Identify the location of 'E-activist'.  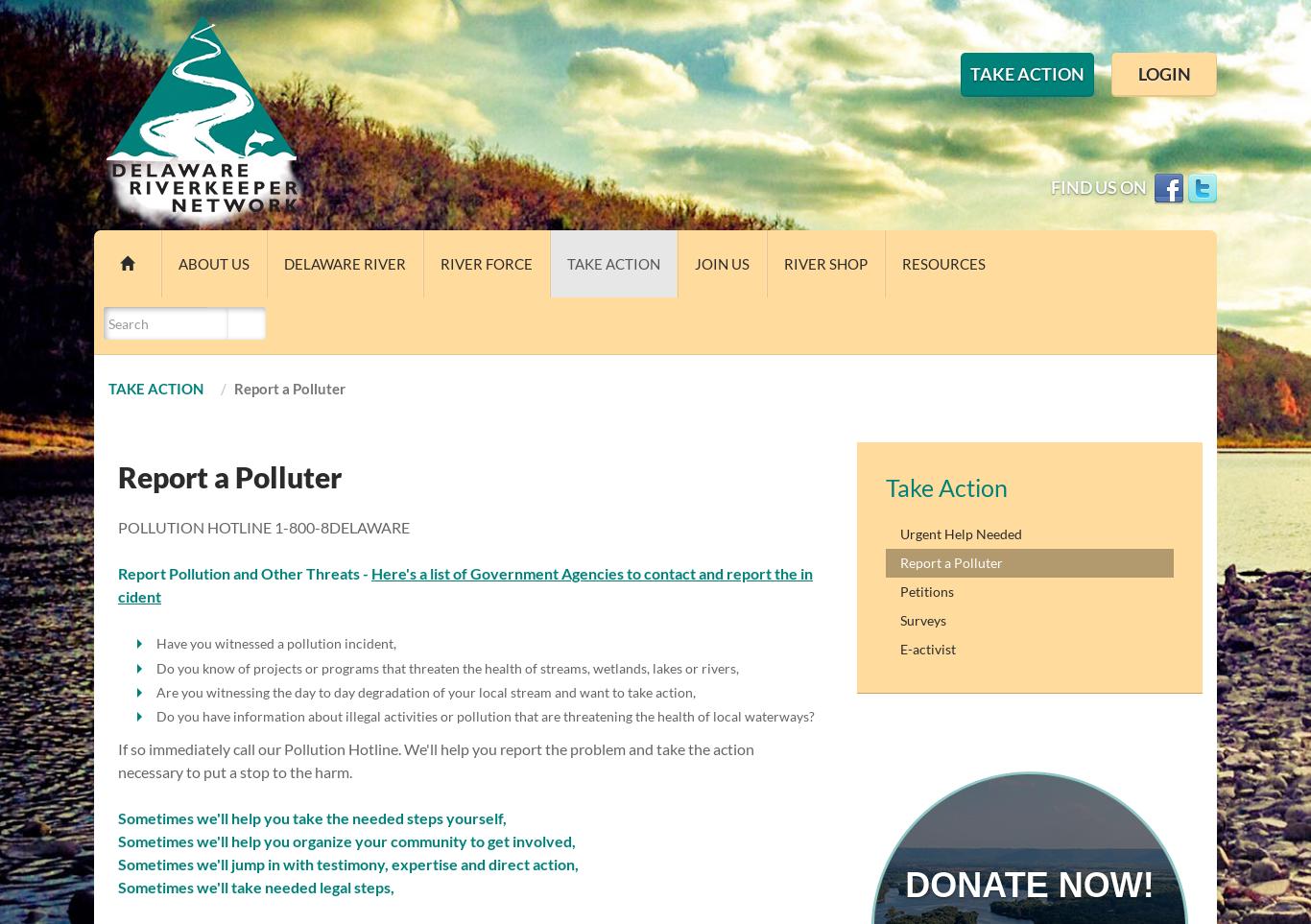
(927, 649).